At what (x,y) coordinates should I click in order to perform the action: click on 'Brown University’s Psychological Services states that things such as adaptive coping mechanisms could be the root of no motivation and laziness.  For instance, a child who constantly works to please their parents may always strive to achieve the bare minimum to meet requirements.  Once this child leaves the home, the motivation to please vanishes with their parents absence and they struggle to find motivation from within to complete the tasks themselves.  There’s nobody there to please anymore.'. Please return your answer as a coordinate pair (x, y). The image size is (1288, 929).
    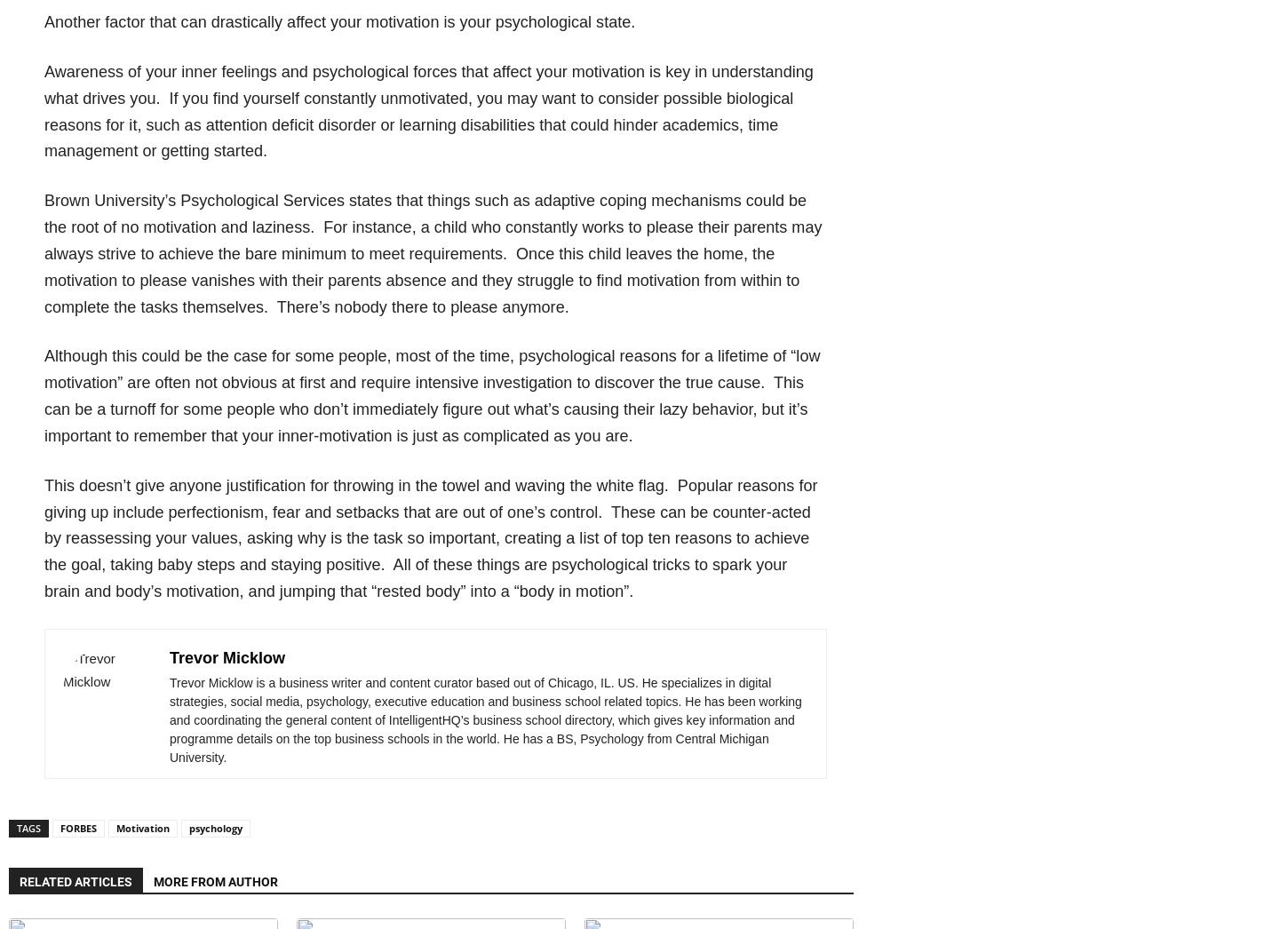
    Looking at the image, I should click on (433, 253).